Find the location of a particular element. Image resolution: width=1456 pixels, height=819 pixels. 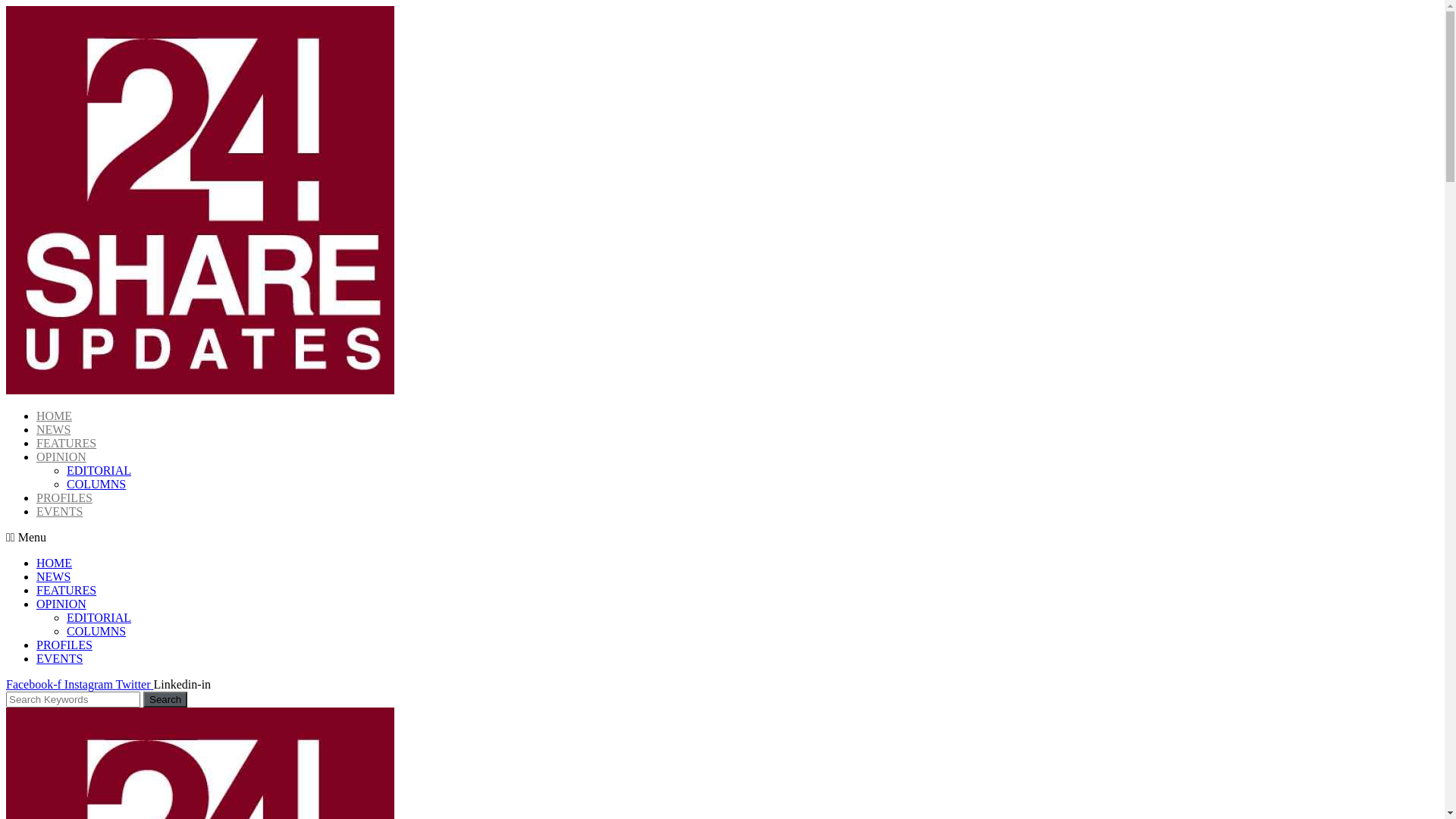

'Twitter' is located at coordinates (134, 684).